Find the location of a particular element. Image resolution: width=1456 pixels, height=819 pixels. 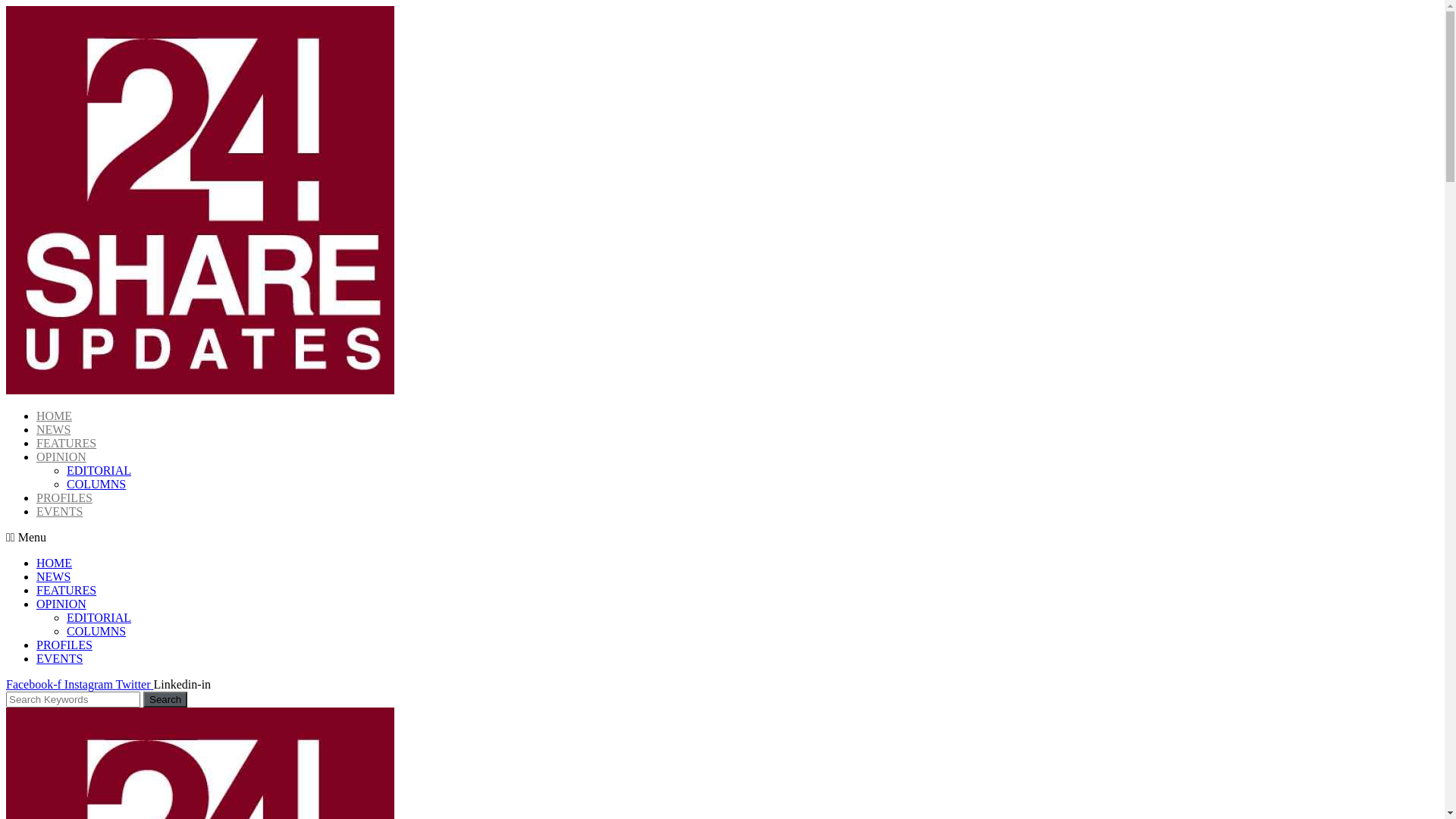

'Twitter' is located at coordinates (134, 684).